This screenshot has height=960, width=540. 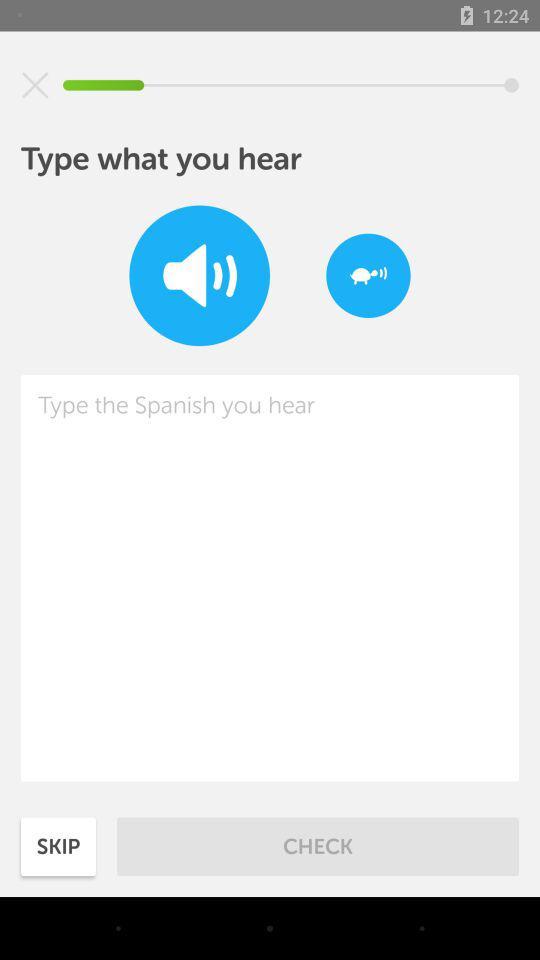 What do you see at coordinates (318, 845) in the screenshot?
I see `check` at bounding box center [318, 845].